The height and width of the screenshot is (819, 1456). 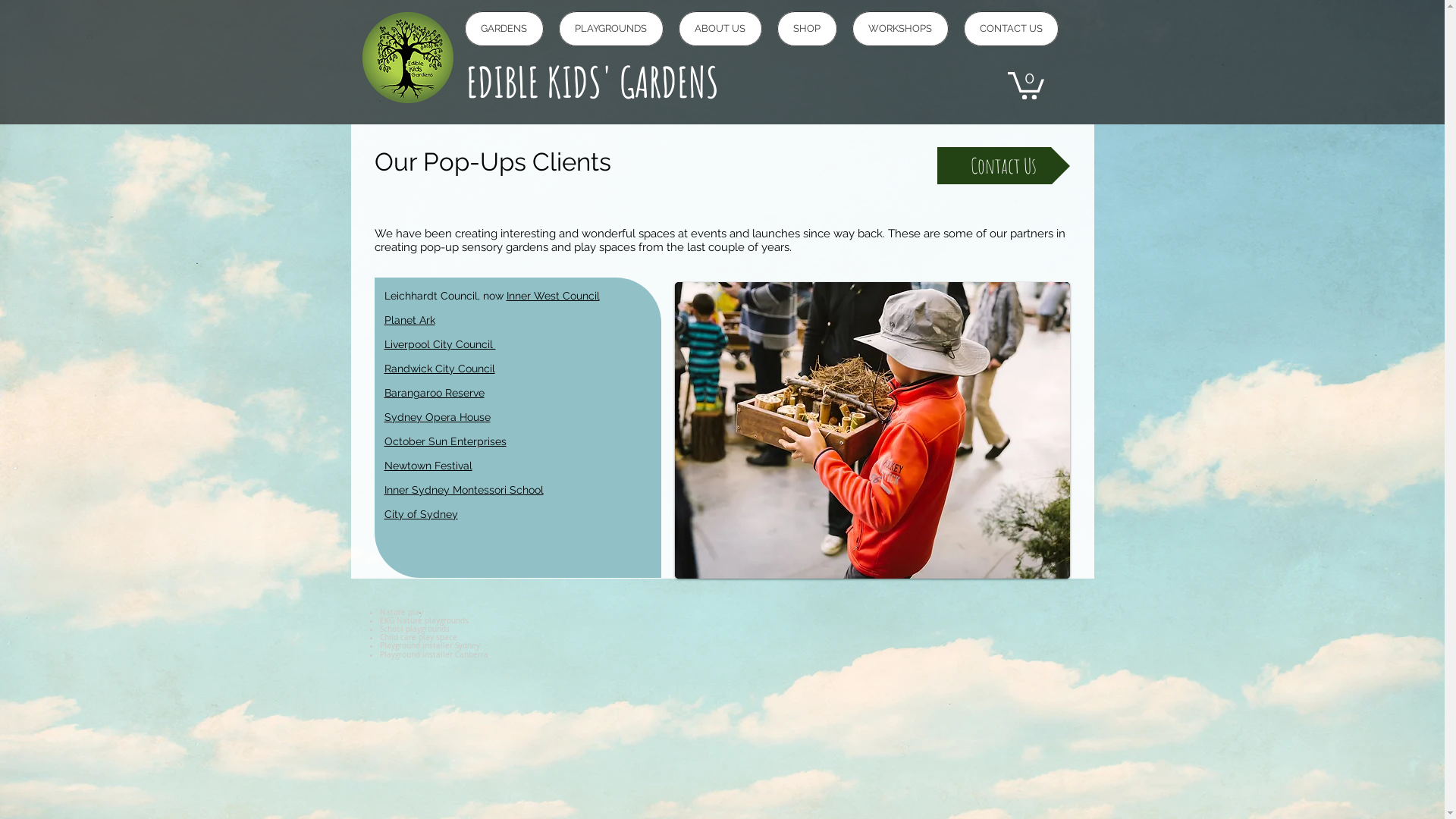 What do you see at coordinates (438, 369) in the screenshot?
I see `'Randwick City Council'` at bounding box center [438, 369].